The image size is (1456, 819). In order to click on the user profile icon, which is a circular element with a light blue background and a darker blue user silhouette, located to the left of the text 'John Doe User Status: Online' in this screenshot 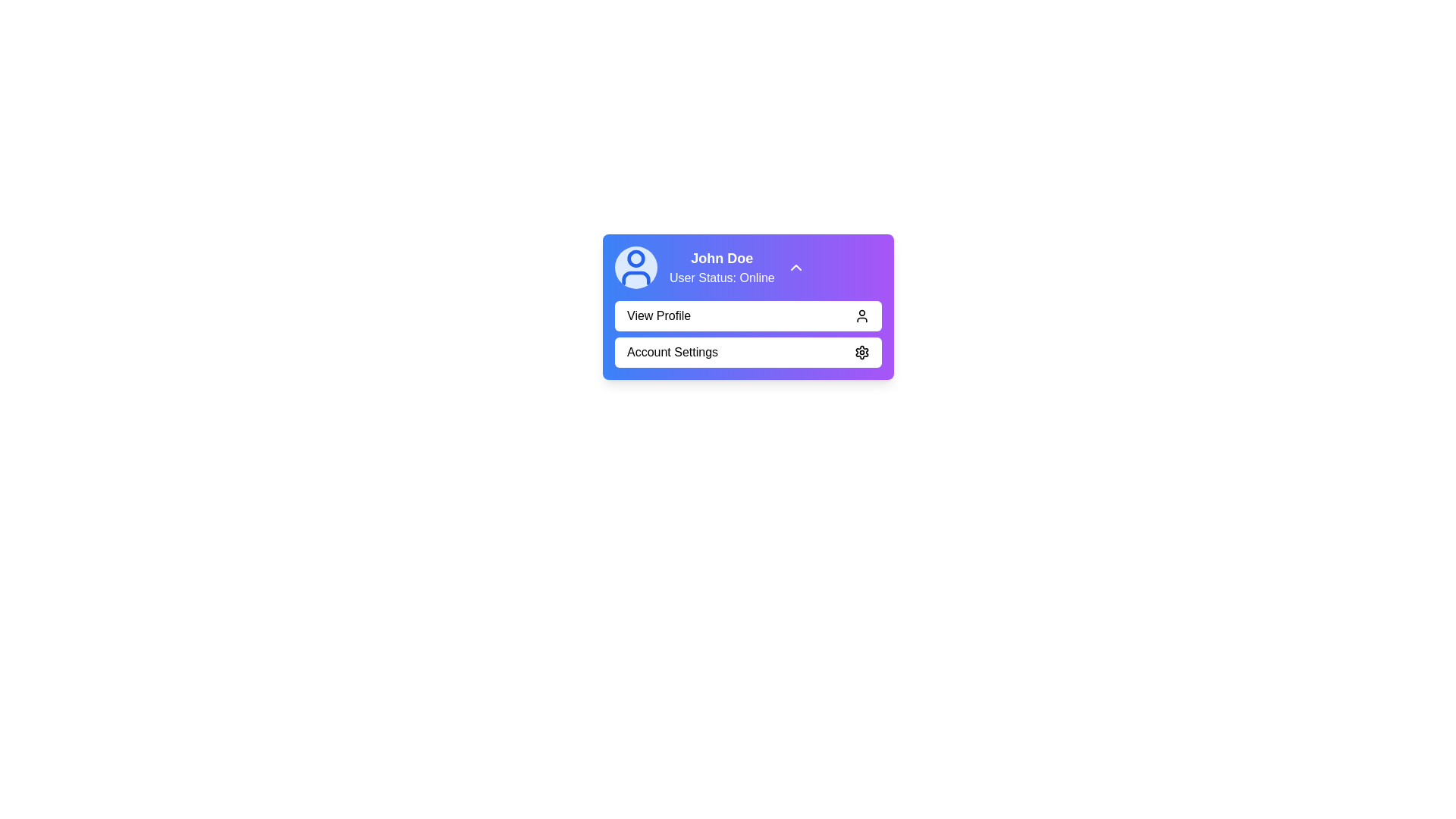, I will do `click(636, 267)`.